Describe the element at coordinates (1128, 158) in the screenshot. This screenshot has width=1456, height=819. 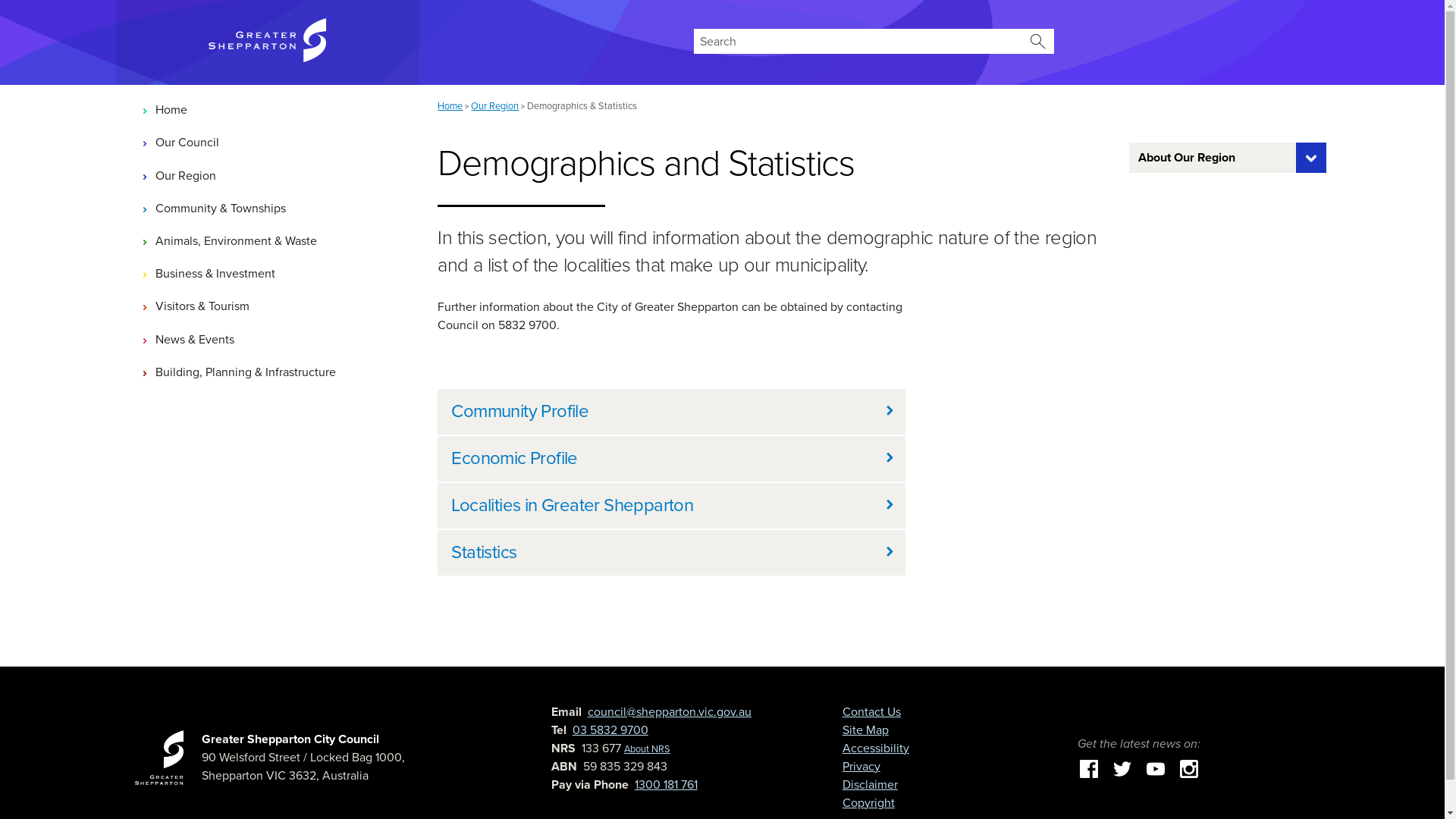
I see `'About Our Region'` at that location.